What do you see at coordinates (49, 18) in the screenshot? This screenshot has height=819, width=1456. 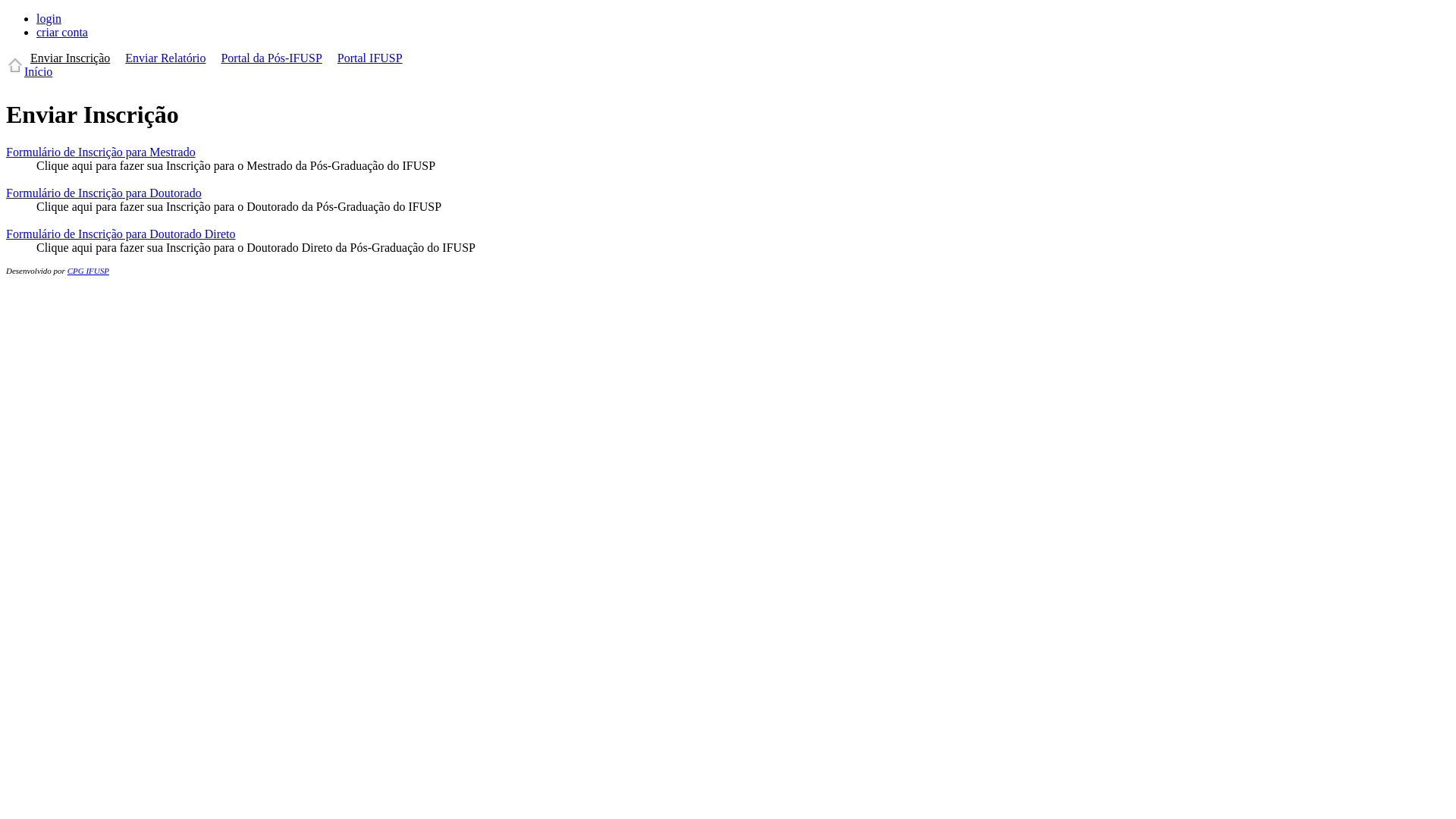 I see `'login'` at bounding box center [49, 18].